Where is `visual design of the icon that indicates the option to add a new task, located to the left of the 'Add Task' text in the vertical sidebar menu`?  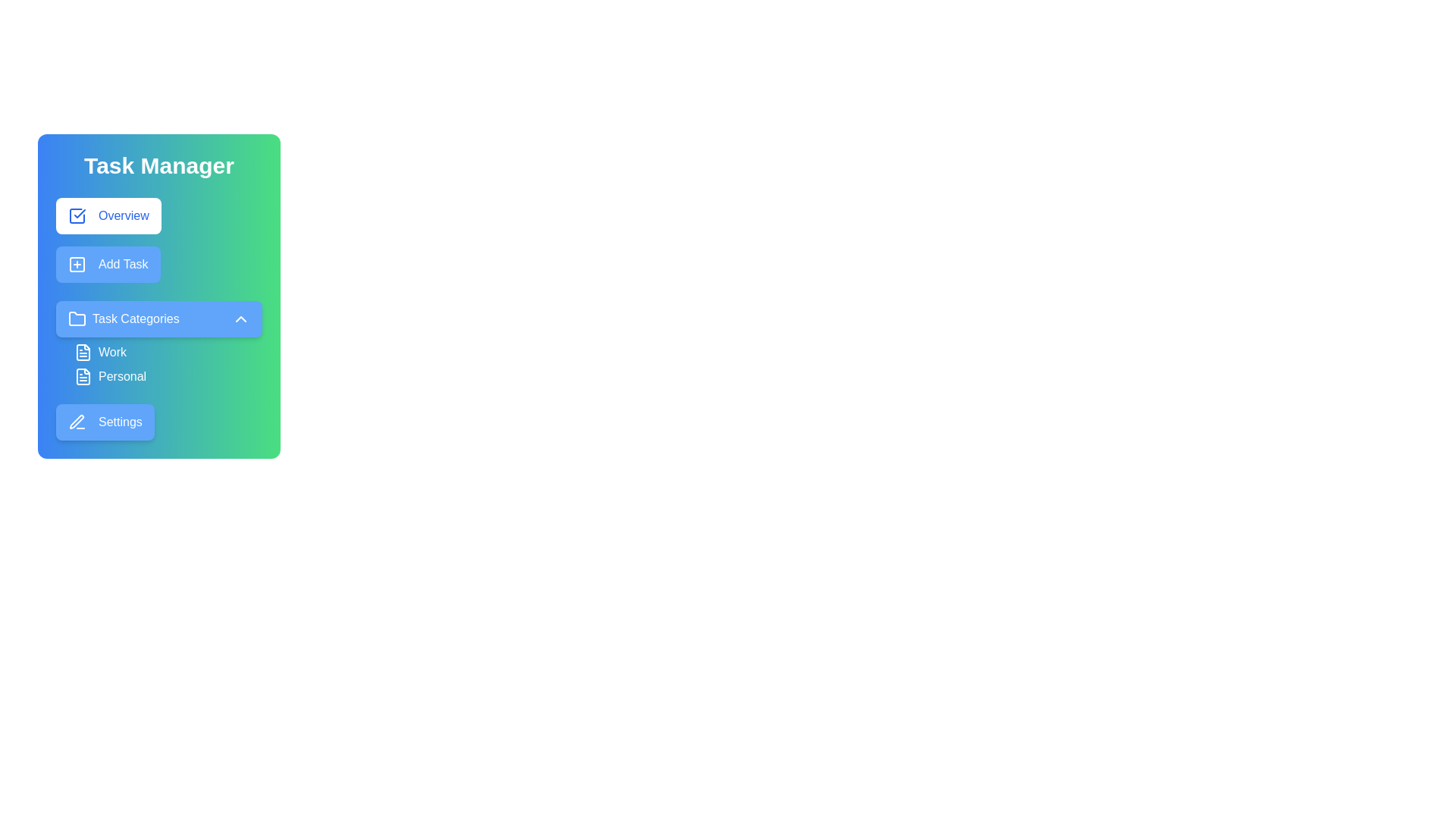
visual design of the icon that indicates the option to add a new task, located to the left of the 'Add Task' text in the vertical sidebar menu is located at coordinates (76, 263).